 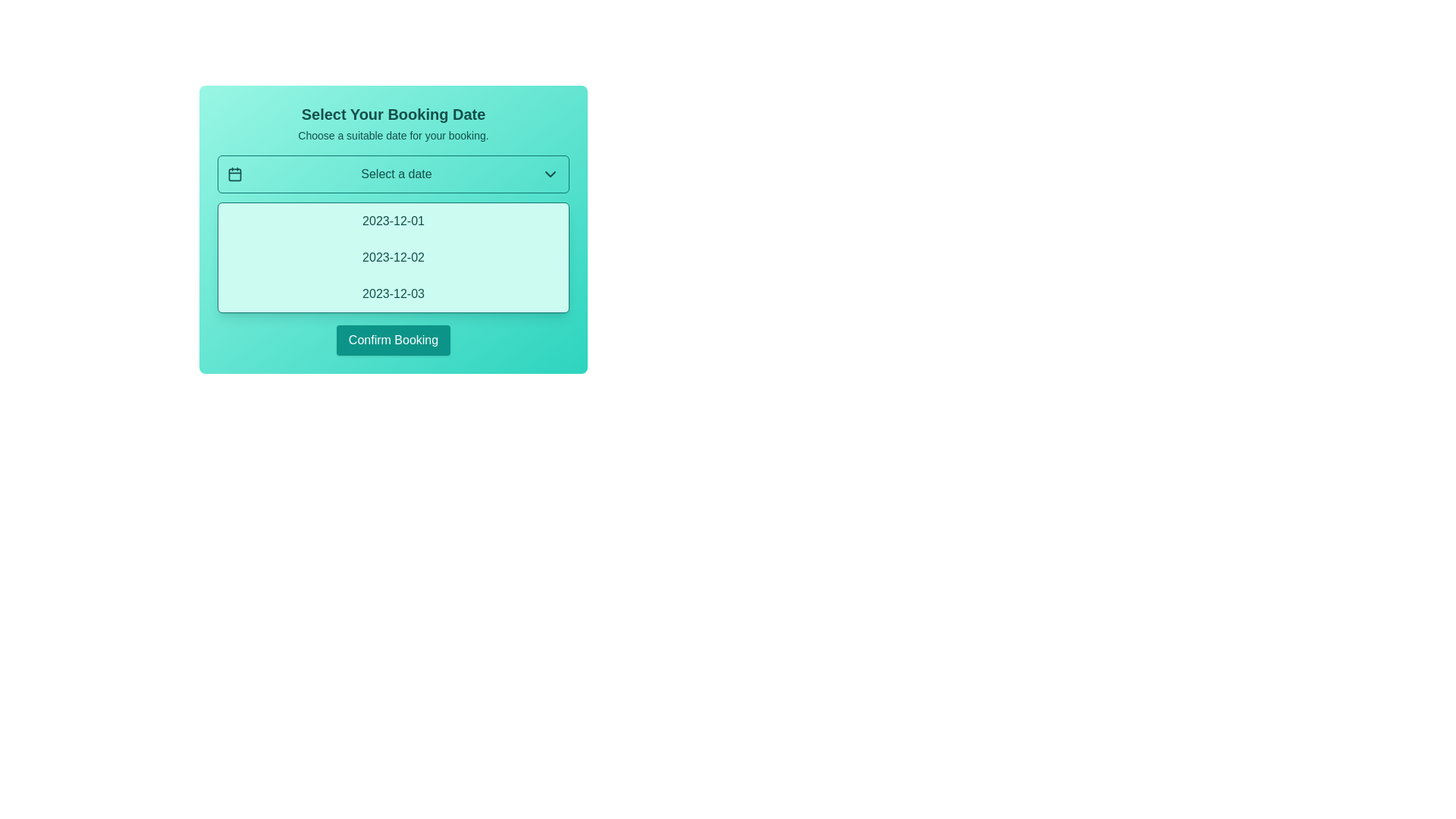 I want to click on text label that states 'Choose a suitable date for your booking.' positioned below the heading 'Select Your Booking Date' in the teal background interface, so click(x=393, y=134).